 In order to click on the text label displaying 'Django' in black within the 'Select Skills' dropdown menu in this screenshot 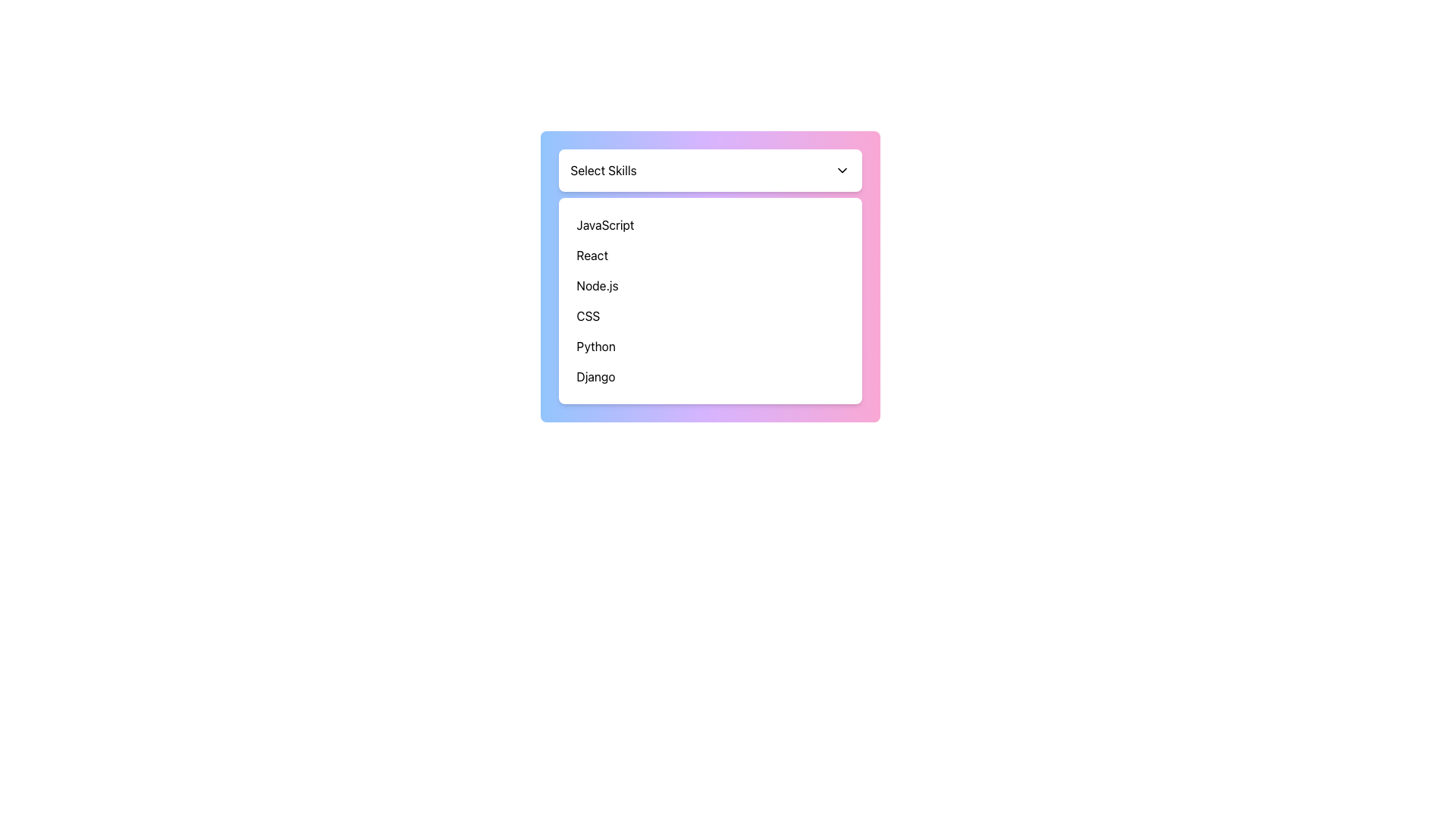, I will do `click(595, 376)`.